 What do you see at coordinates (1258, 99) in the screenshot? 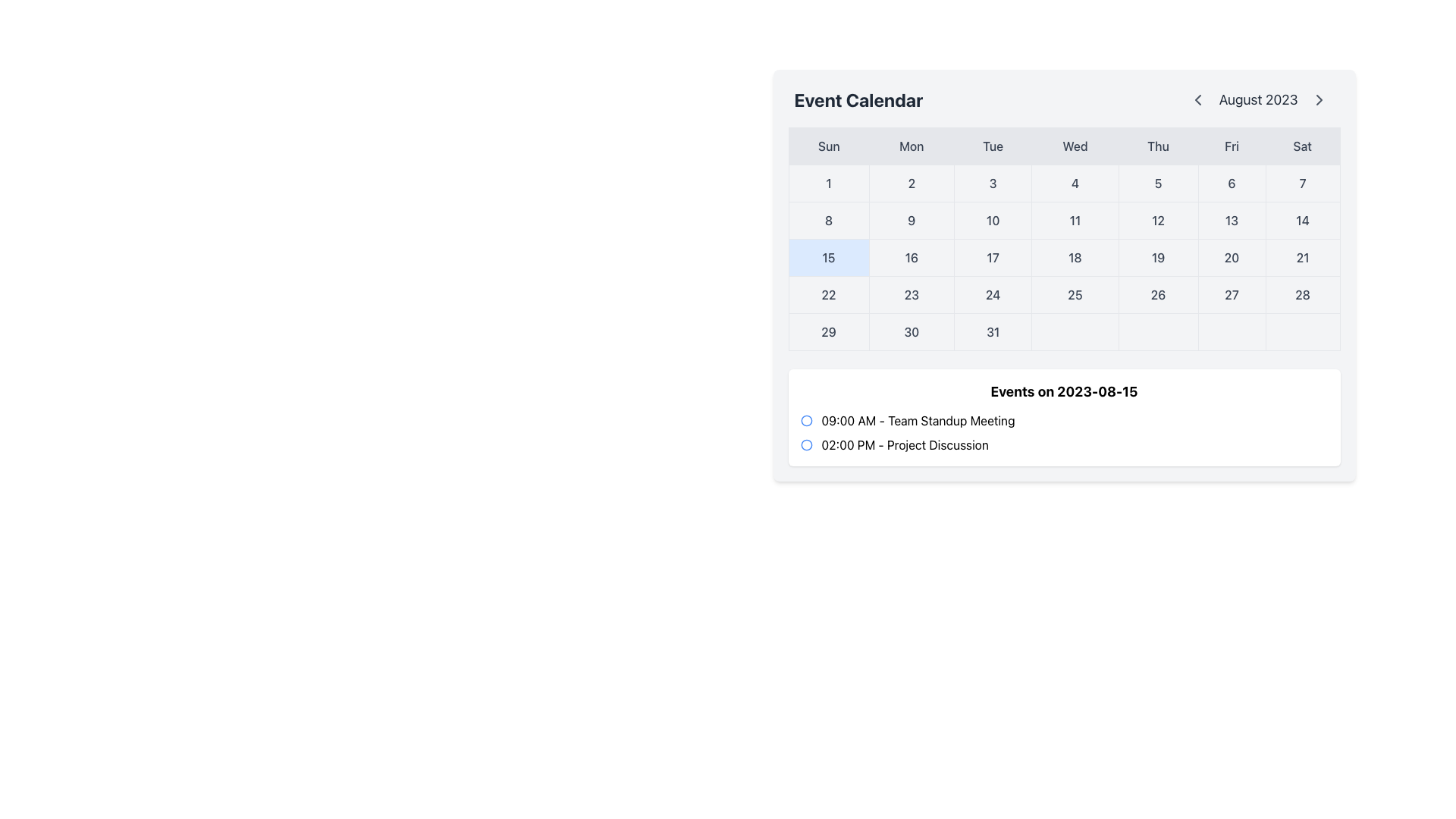
I see `the header text label indicating the currently displayed month and year within the calendar interface` at bounding box center [1258, 99].